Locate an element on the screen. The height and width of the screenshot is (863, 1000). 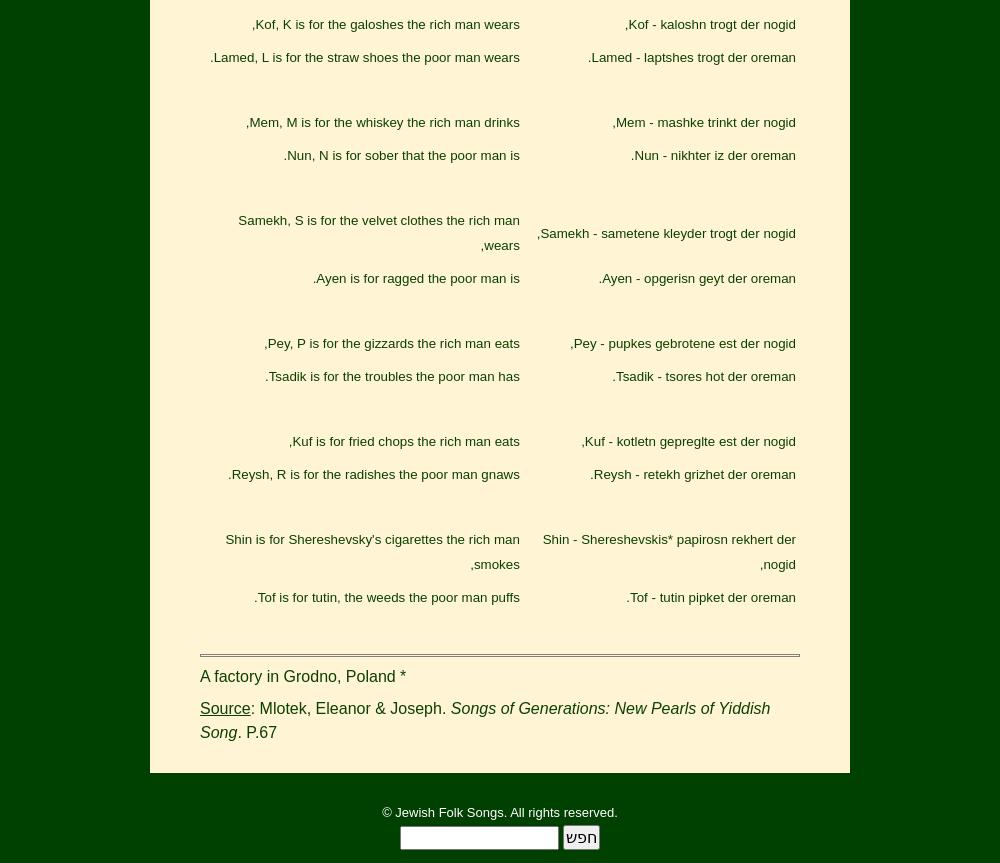
'Nun, N is for sober that the poor man is.' is located at coordinates (401, 154).